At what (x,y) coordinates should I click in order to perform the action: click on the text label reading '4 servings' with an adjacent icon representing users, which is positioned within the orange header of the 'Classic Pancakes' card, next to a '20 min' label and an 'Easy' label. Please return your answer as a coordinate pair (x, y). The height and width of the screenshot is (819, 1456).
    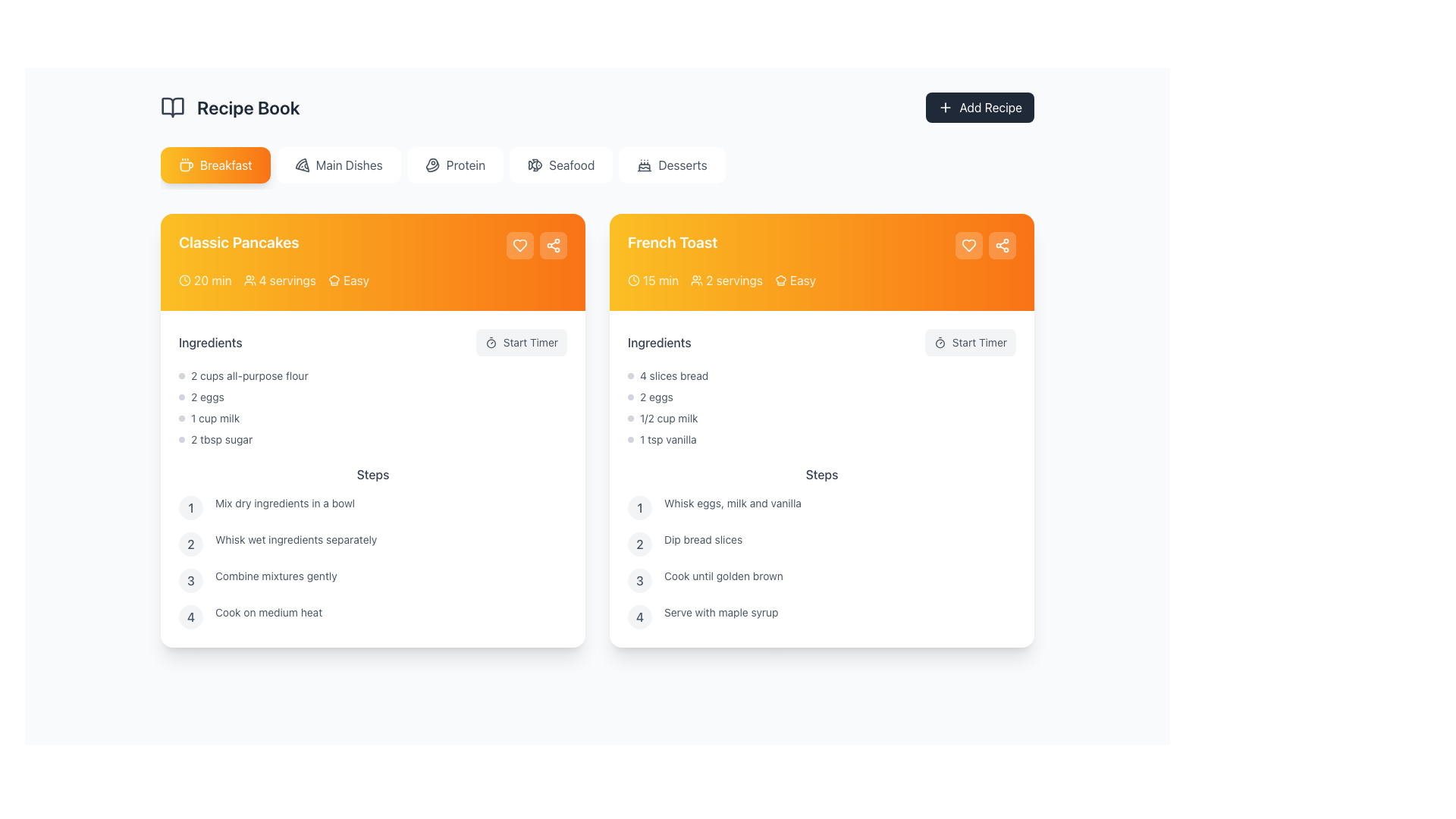
    Looking at the image, I should click on (280, 281).